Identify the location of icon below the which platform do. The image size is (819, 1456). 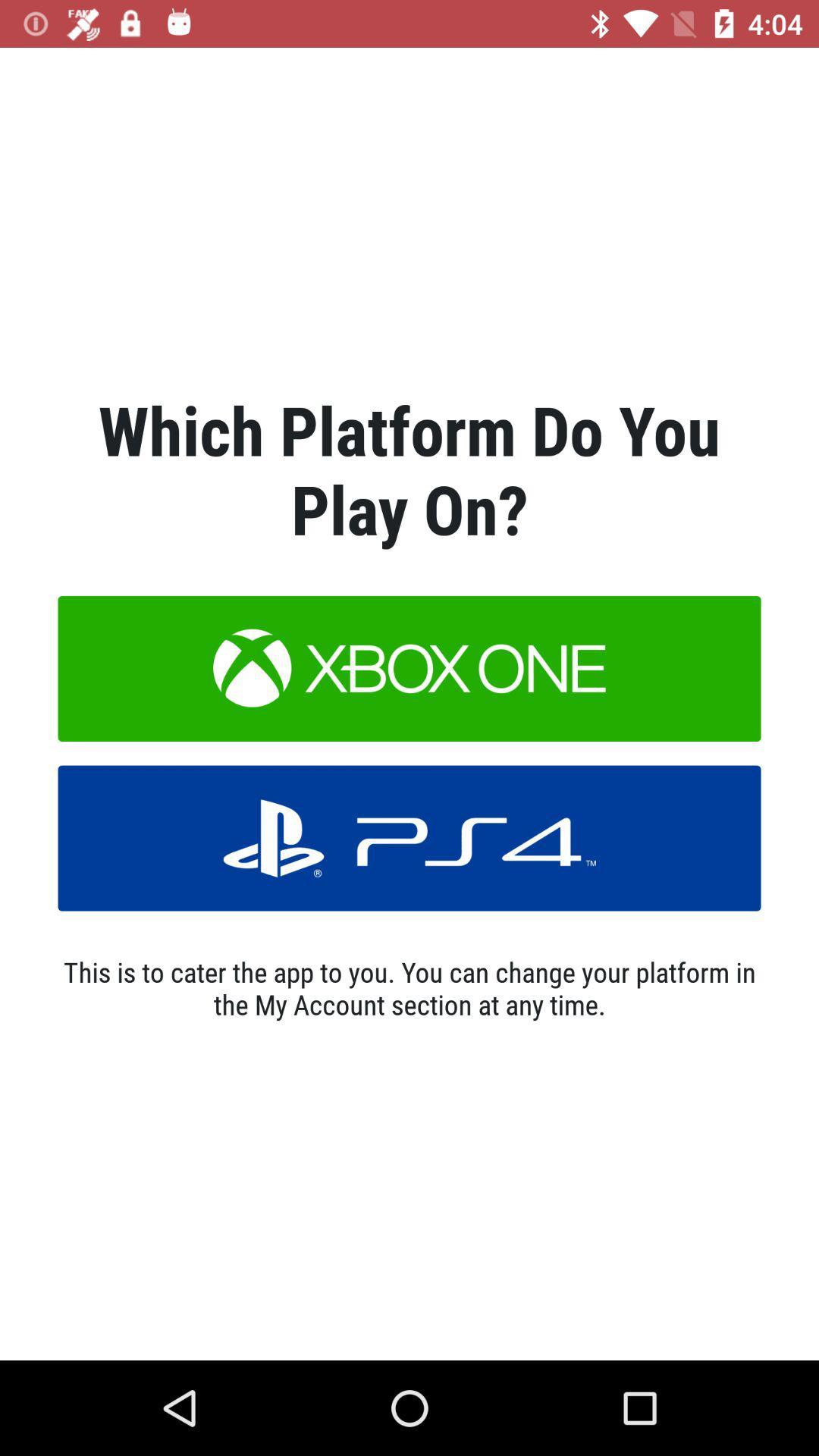
(409, 668).